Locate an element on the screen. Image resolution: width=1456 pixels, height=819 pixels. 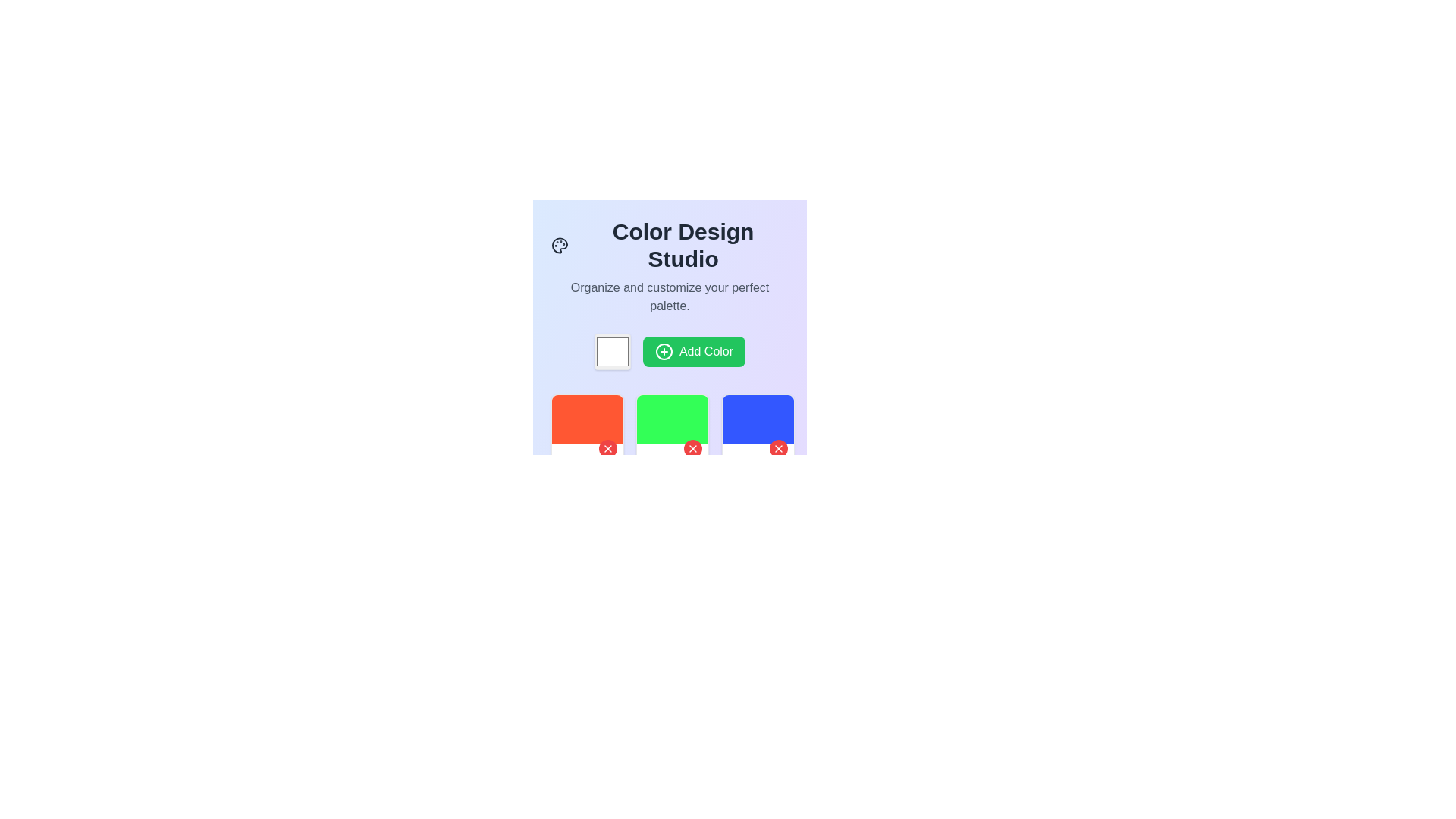
on the decorative color block located at the top of the square card in the color palette interface is located at coordinates (672, 419).